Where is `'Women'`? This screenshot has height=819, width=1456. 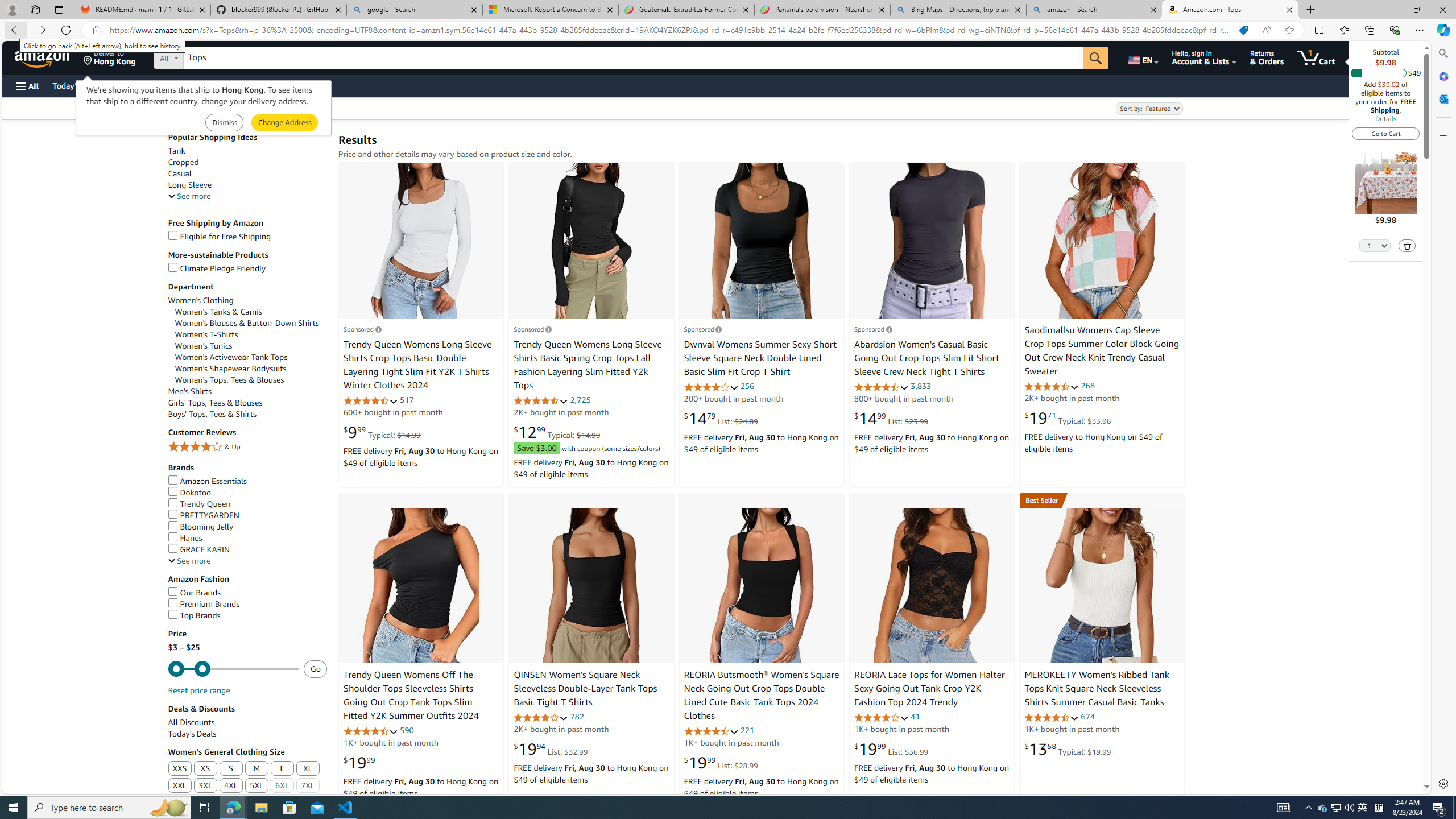
'Women' is located at coordinates (200, 300).